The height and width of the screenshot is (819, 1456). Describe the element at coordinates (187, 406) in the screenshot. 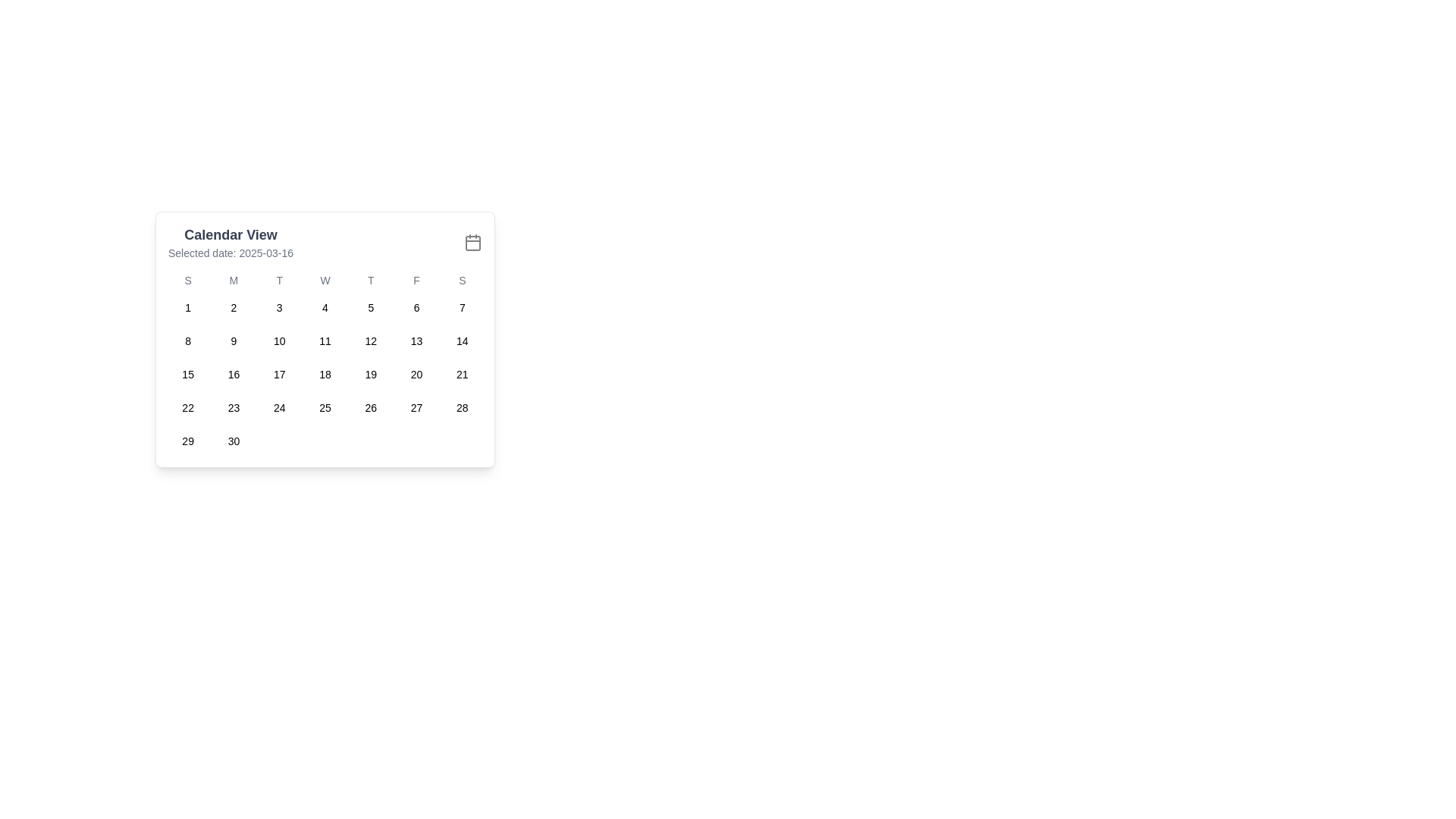

I see `the calendar day cell labeled '22'` at that location.